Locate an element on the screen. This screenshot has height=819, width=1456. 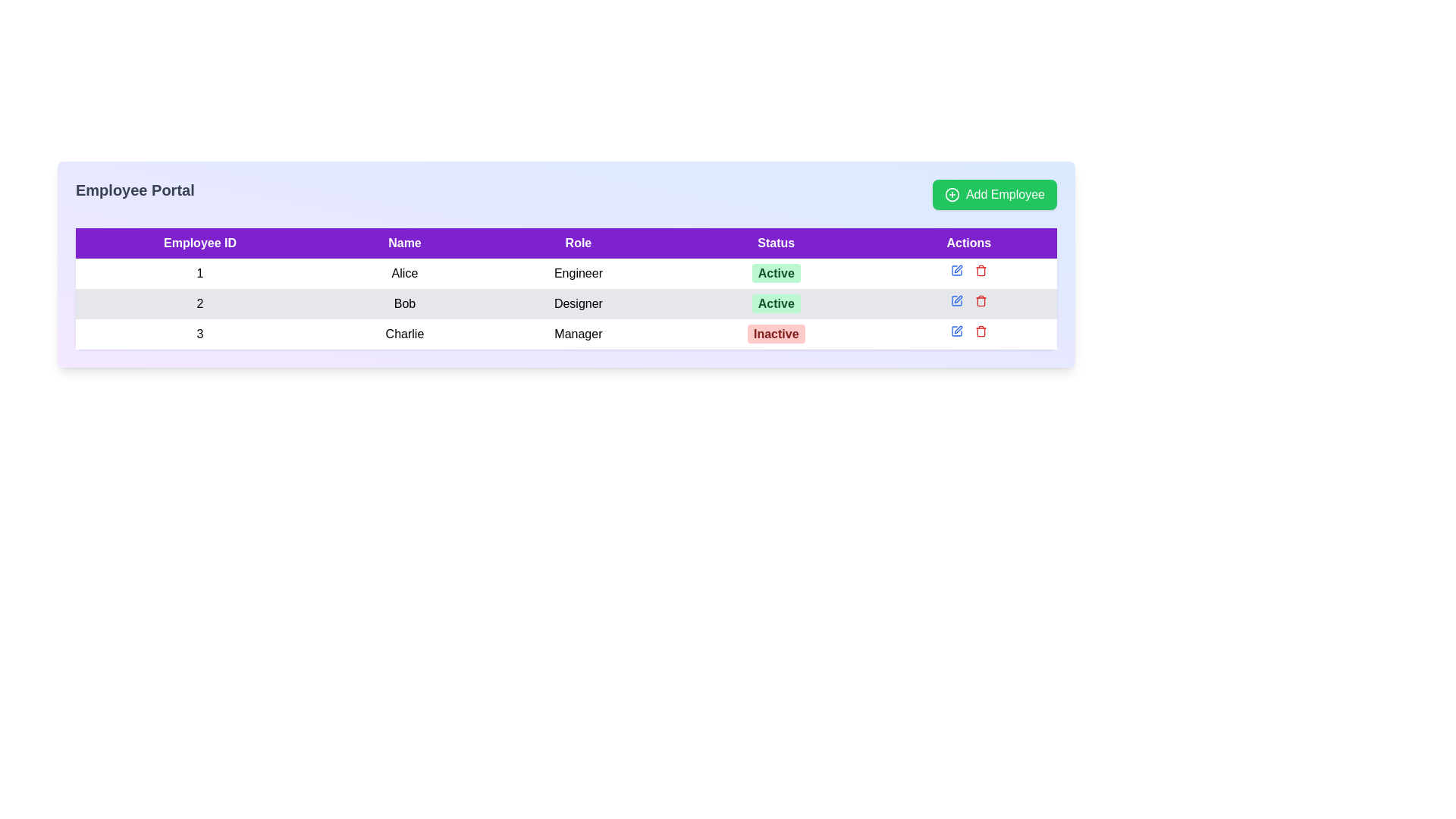
the red button labeled 'Inactive' in the last row of the table under the 'Status' column, associated with 'Charlie' as the employee name and 'Manager' as the role is located at coordinates (776, 333).